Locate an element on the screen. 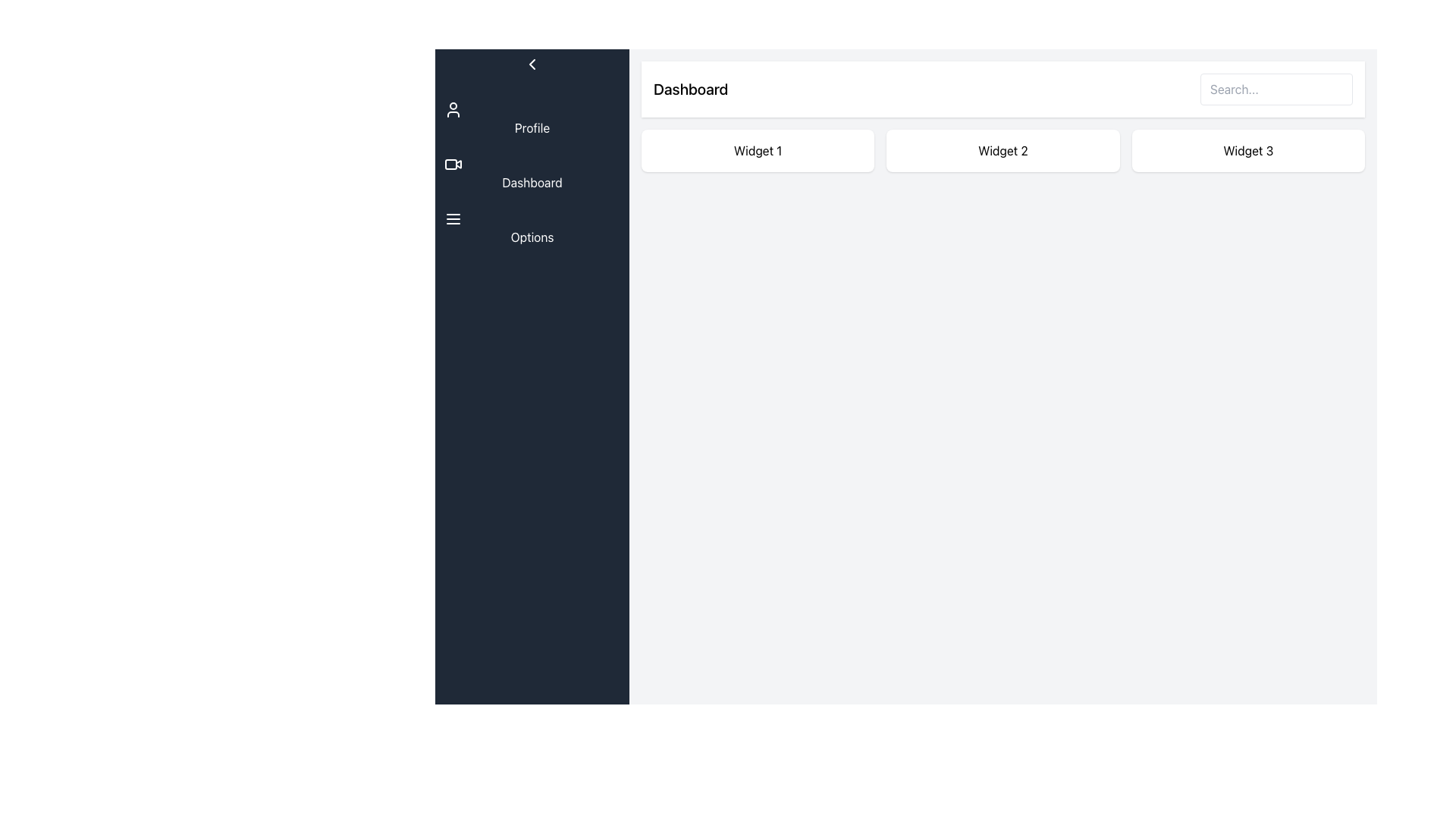  the video play button icon located in the left sidebar, which is the second icon from the top, slightly below the user profile icon is located at coordinates (457, 164).